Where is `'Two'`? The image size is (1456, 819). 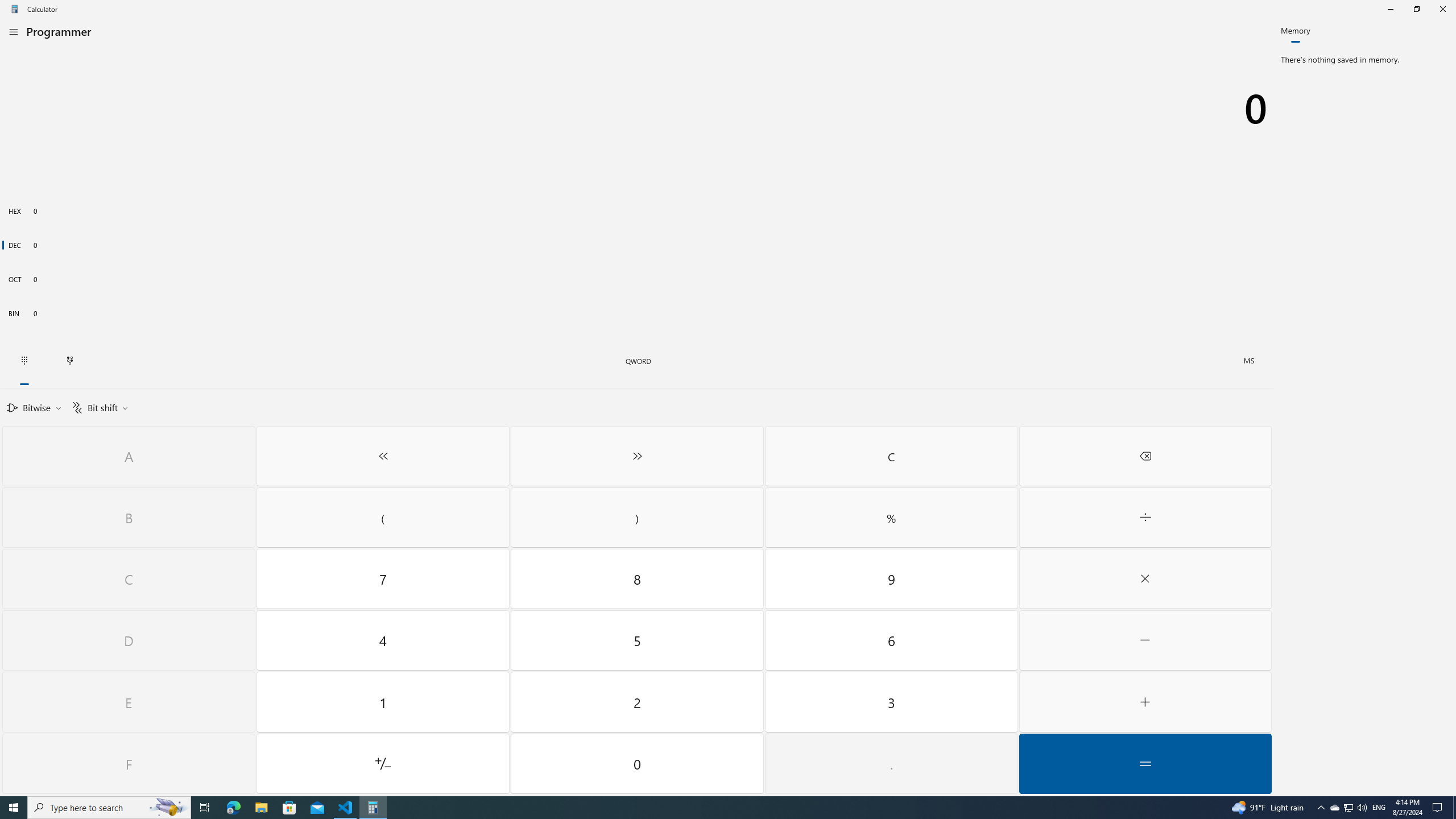
'Two' is located at coordinates (638, 701).